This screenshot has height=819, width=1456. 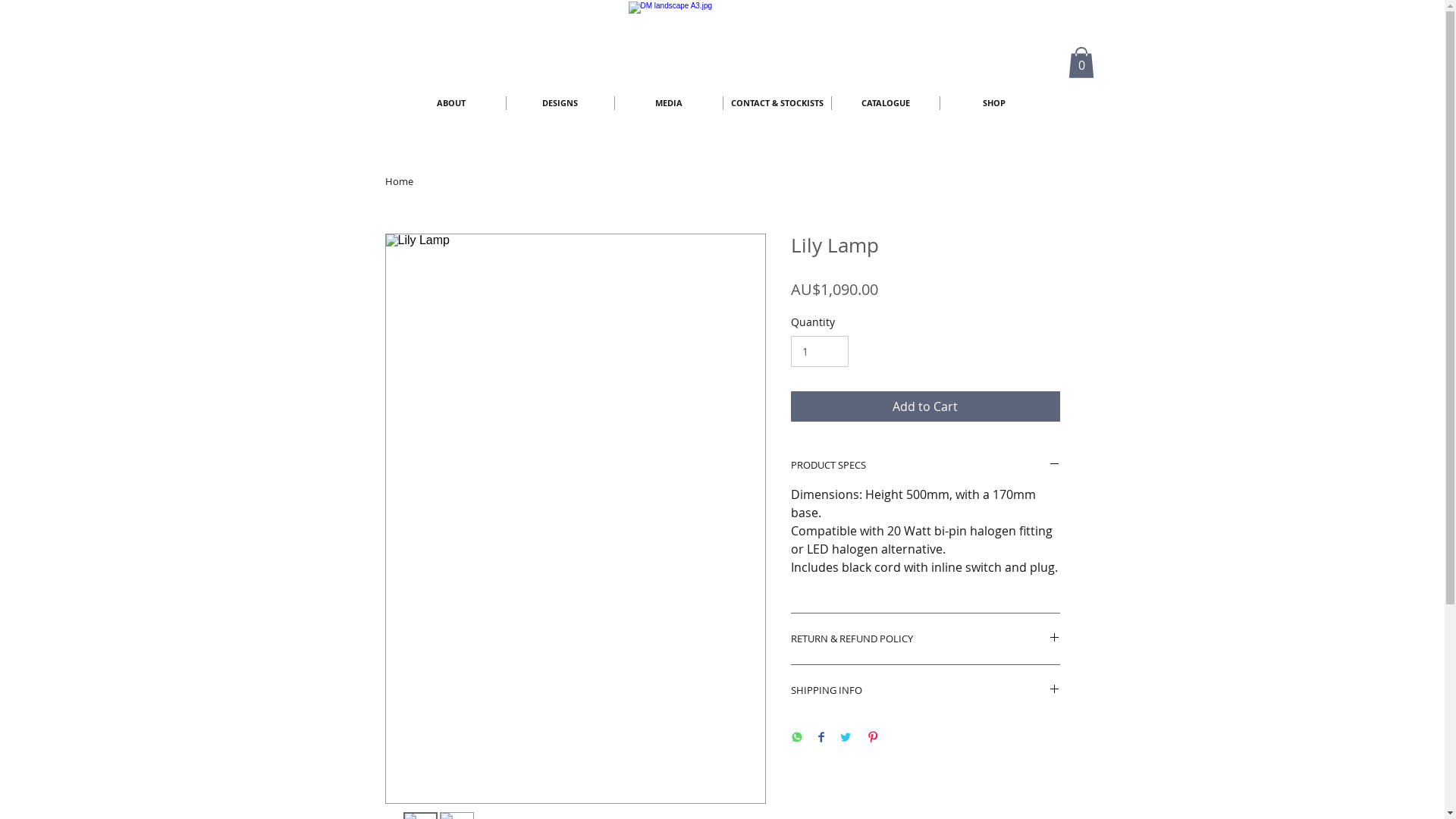 What do you see at coordinates (667, 102) in the screenshot?
I see `'MEDIA'` at bounding box center [667, 102].